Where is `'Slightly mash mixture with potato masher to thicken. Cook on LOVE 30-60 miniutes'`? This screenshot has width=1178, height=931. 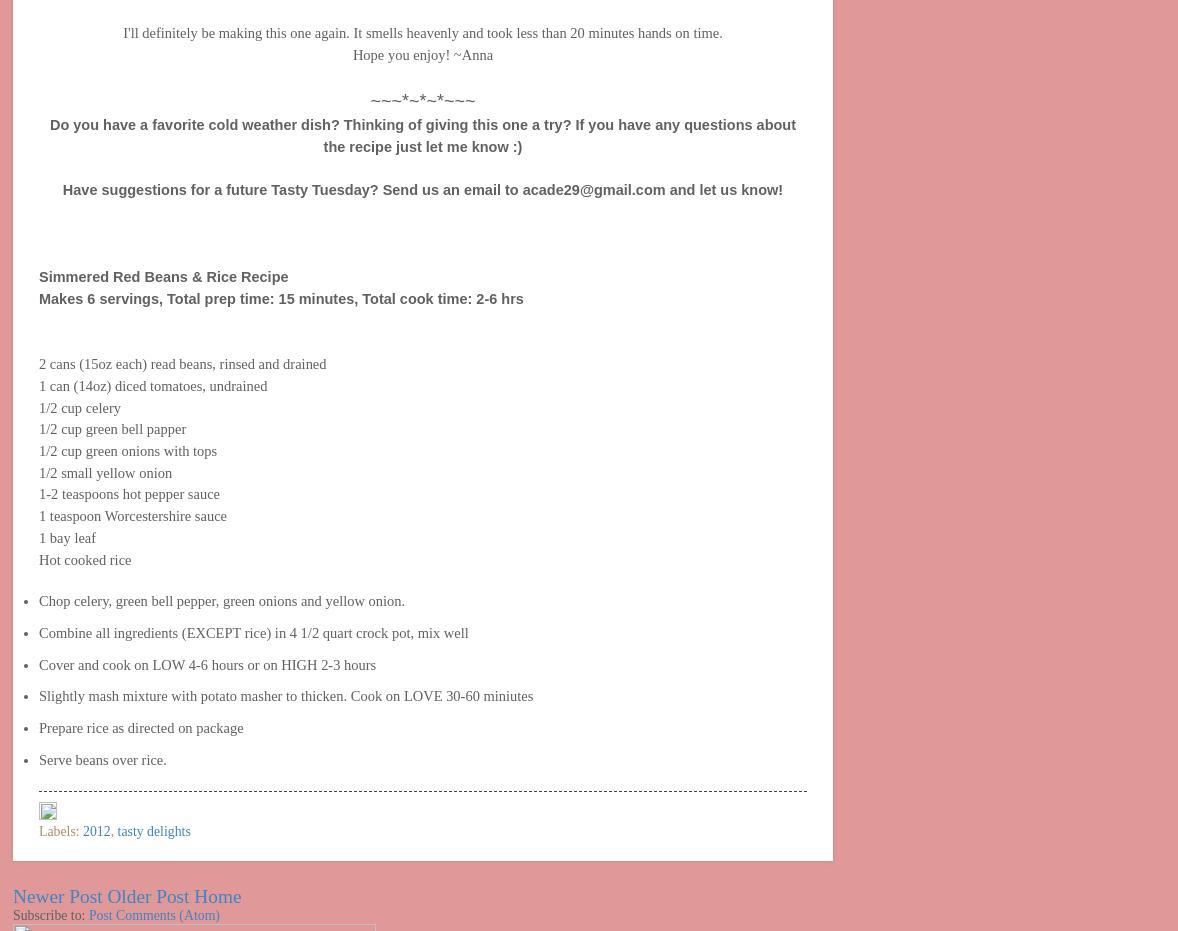 'Slightly mash mixture with potato masher to thicken. Cook on LOVE 30-60 miniutes' is located at coordinates (285, 695).